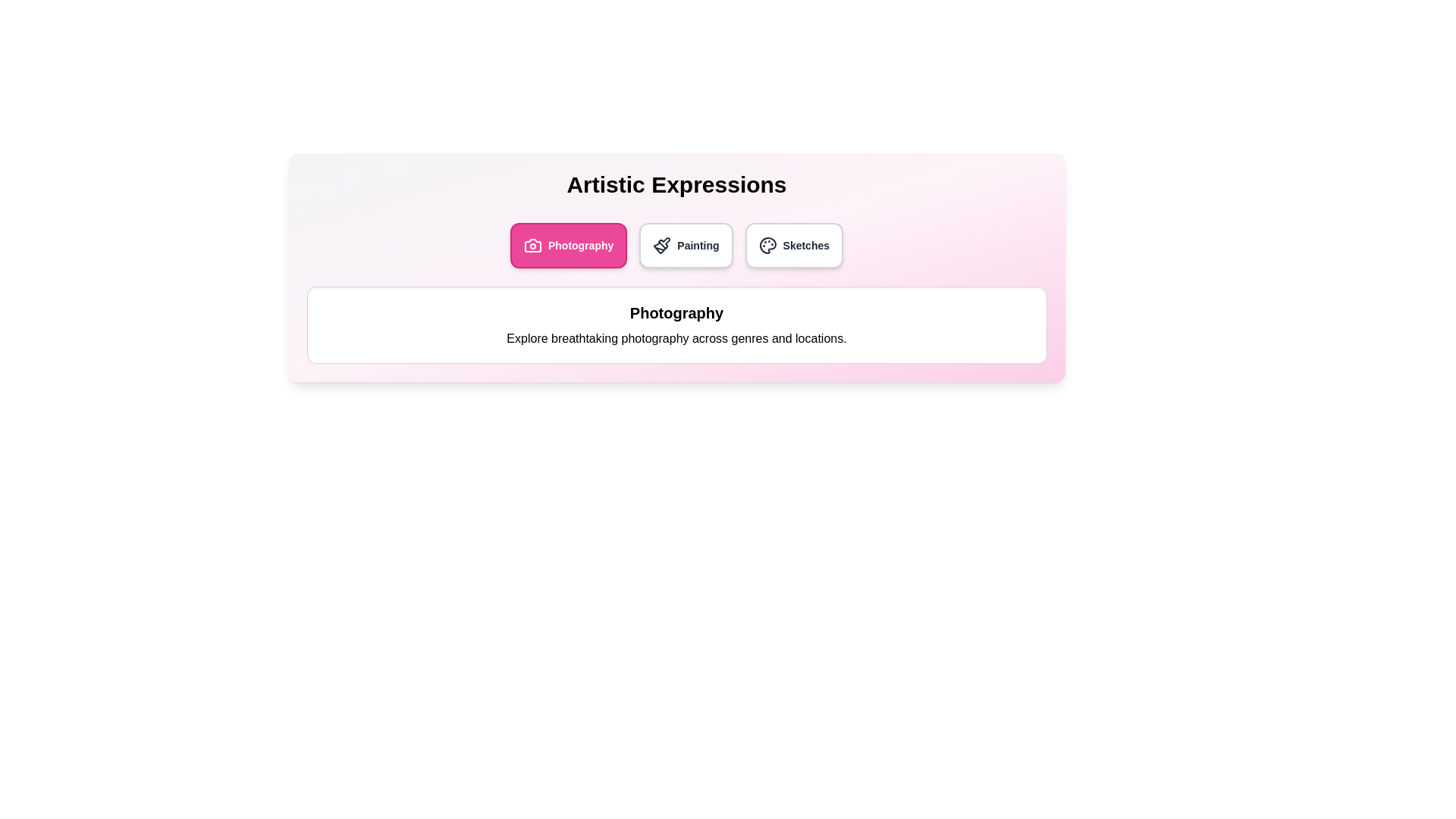 The width and height of the screenshot is (1456, 819). Describe the element at coordinates (792, 245) in the screenshot. I see `the 'Sketches' tab to switch the active tab` at that location.